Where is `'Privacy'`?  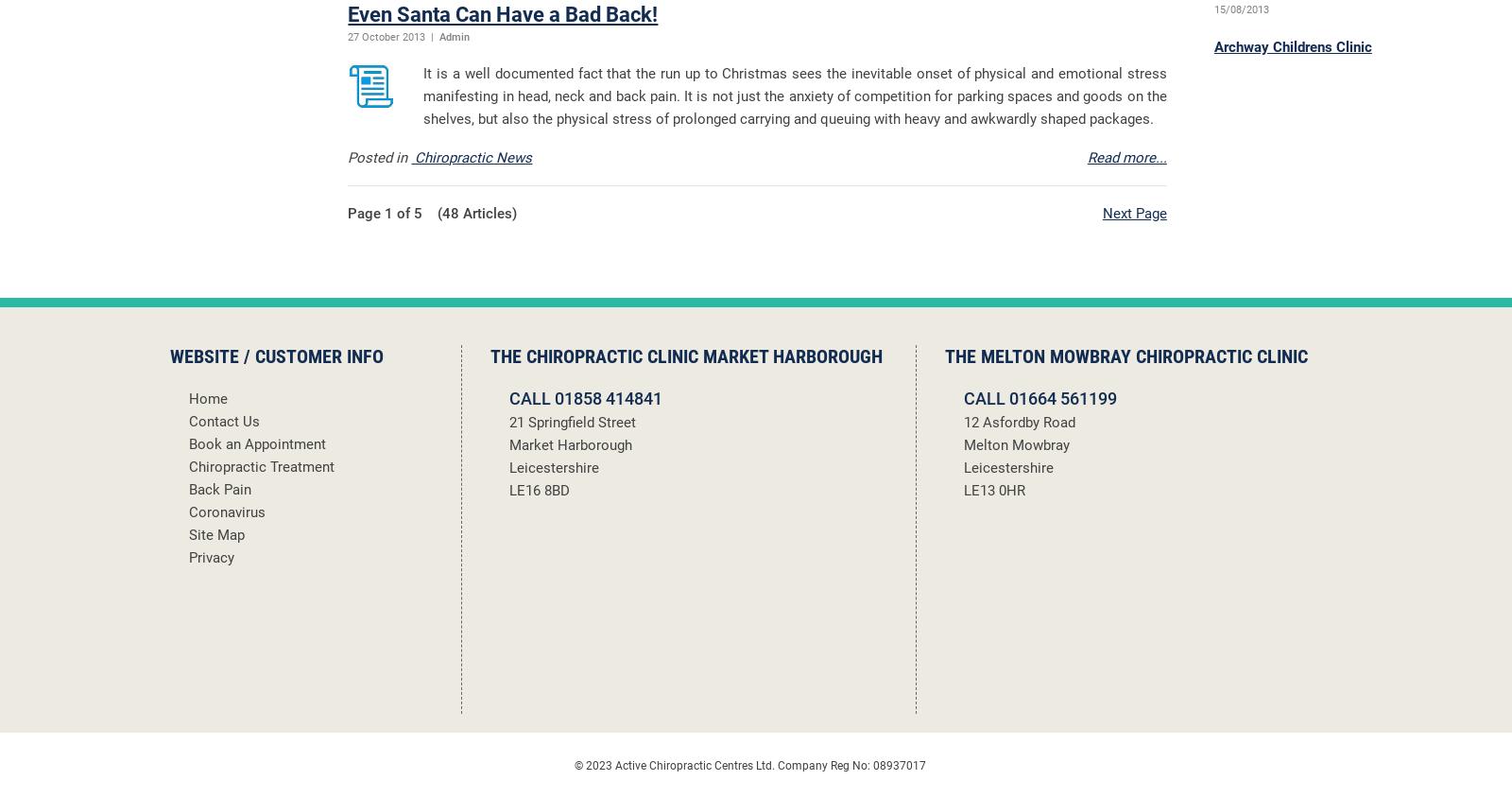
'Privacy' is located at coordinates (212, 557).